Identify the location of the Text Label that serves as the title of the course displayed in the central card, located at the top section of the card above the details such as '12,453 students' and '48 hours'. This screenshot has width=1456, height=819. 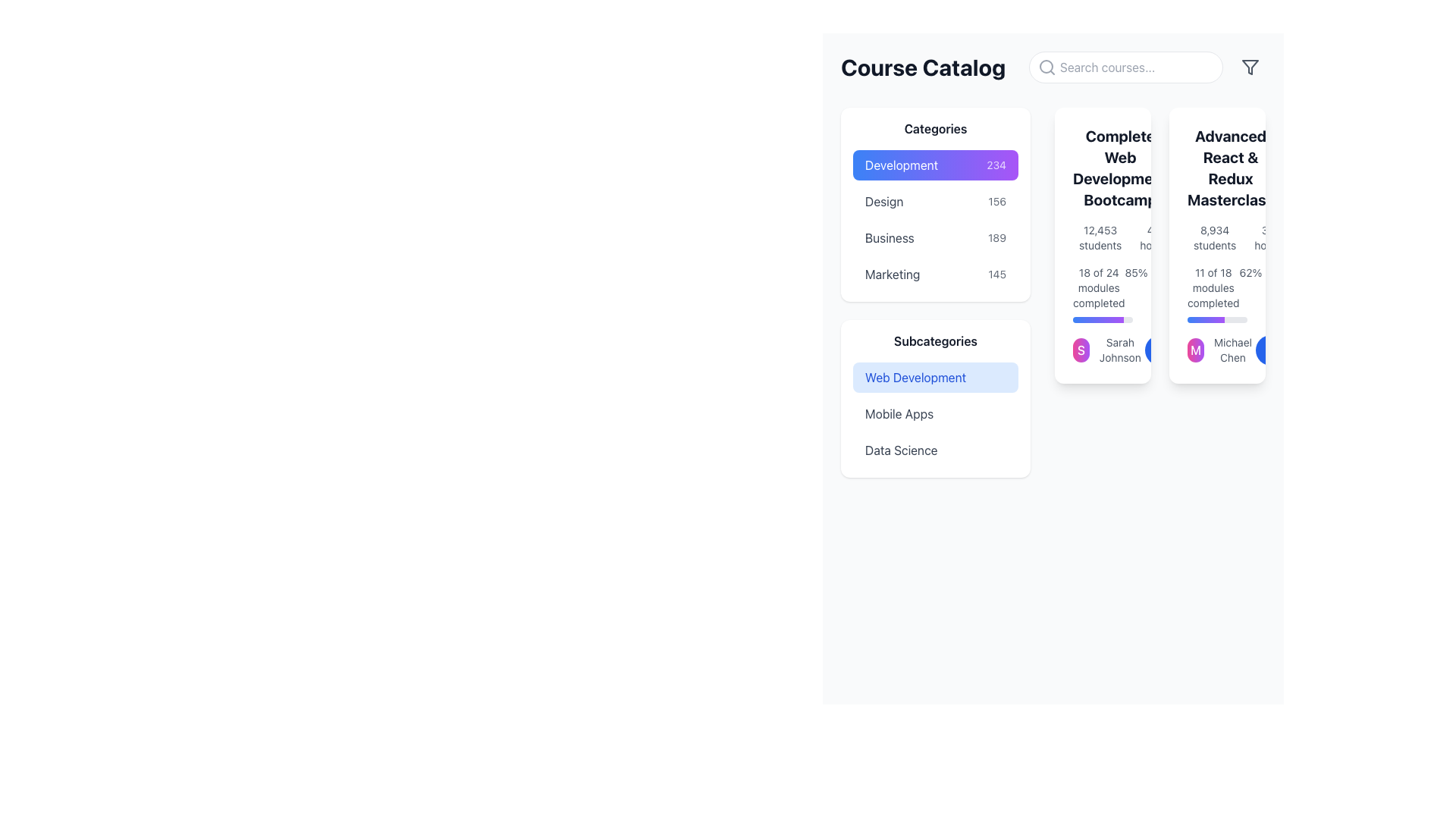
(1103, 168).